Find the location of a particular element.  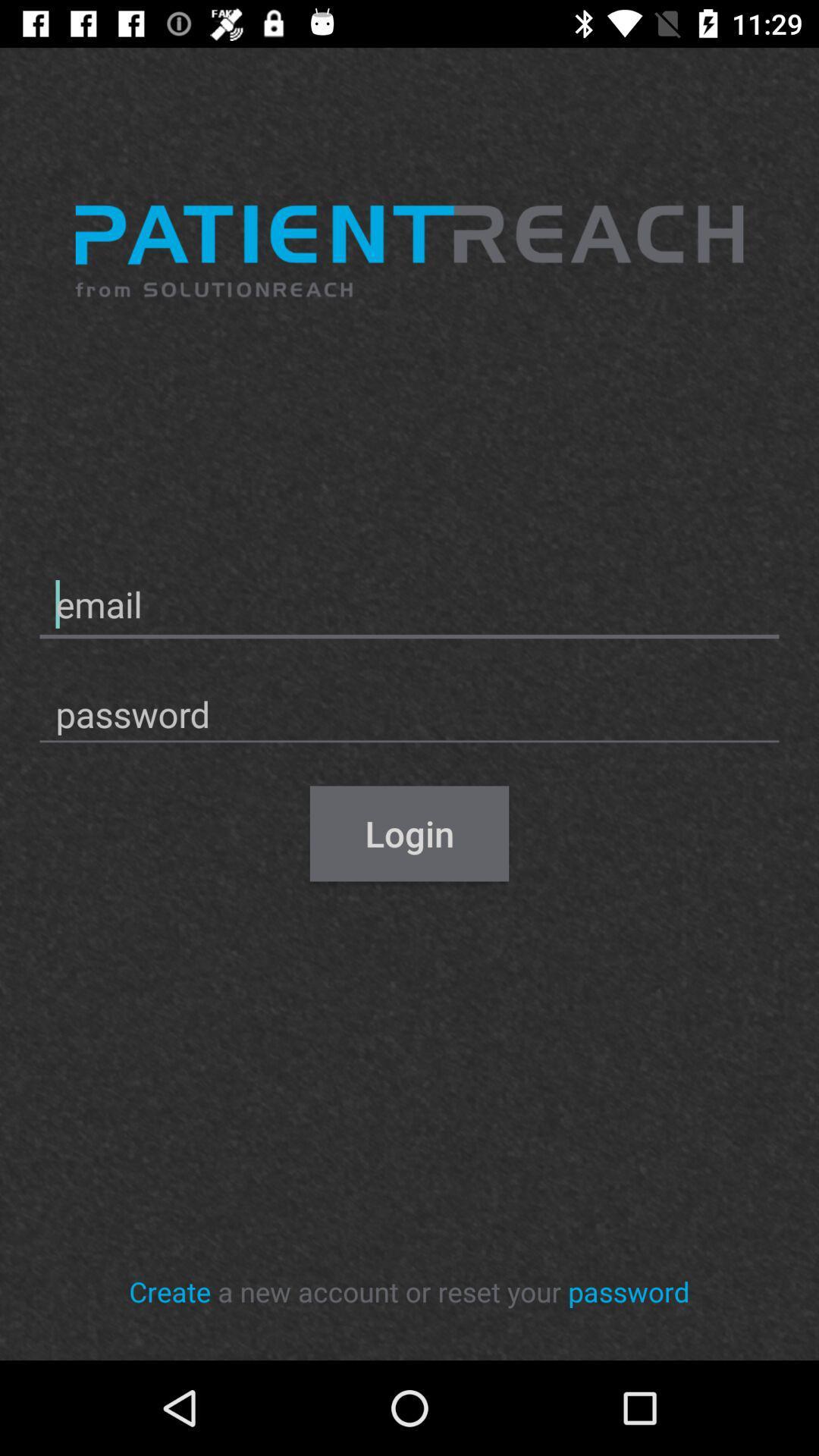

the login icon is located at coordinates (409, 833).